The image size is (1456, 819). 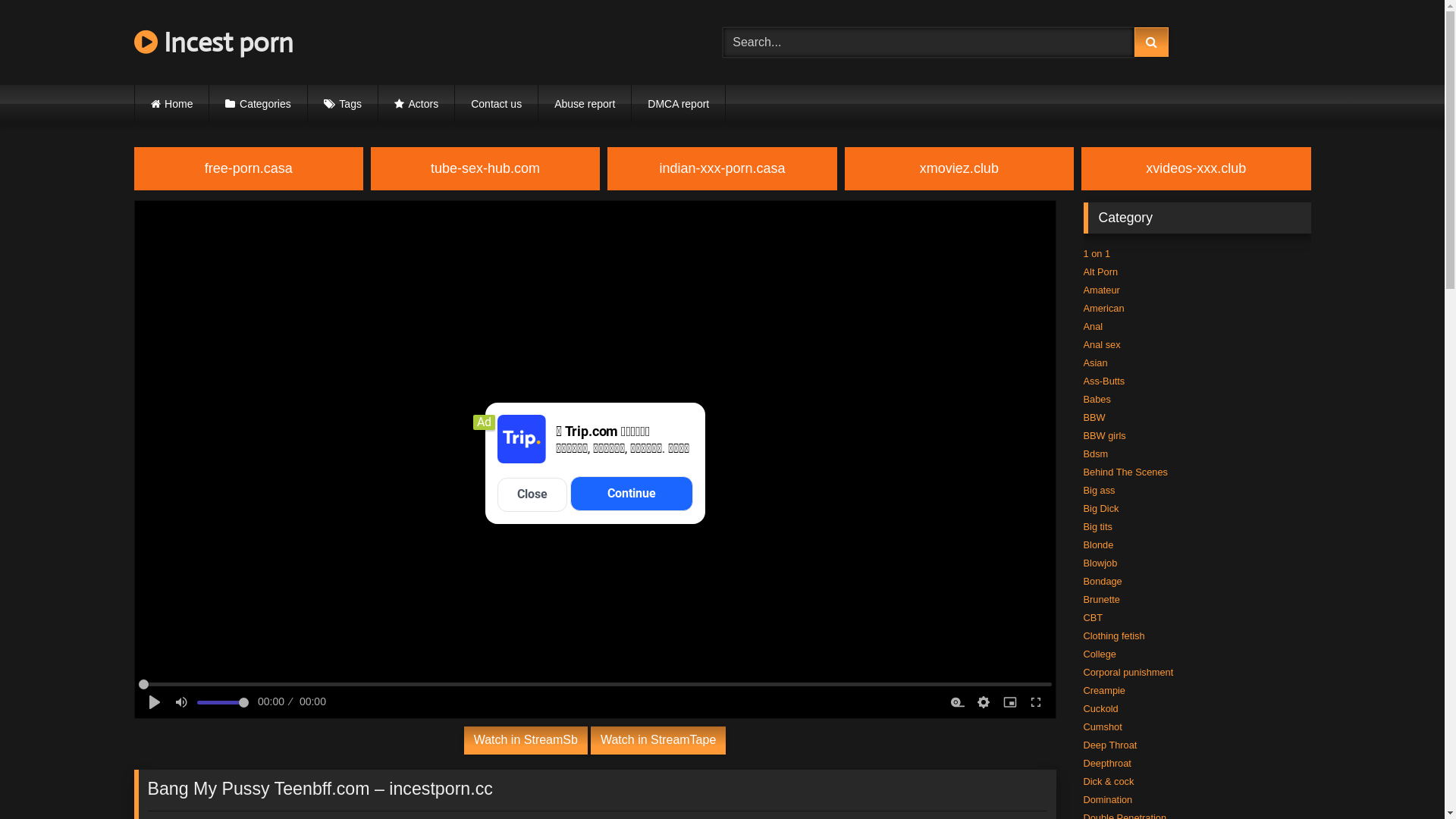 I want to click on 'Blonde', so click(x=1098, y=544).